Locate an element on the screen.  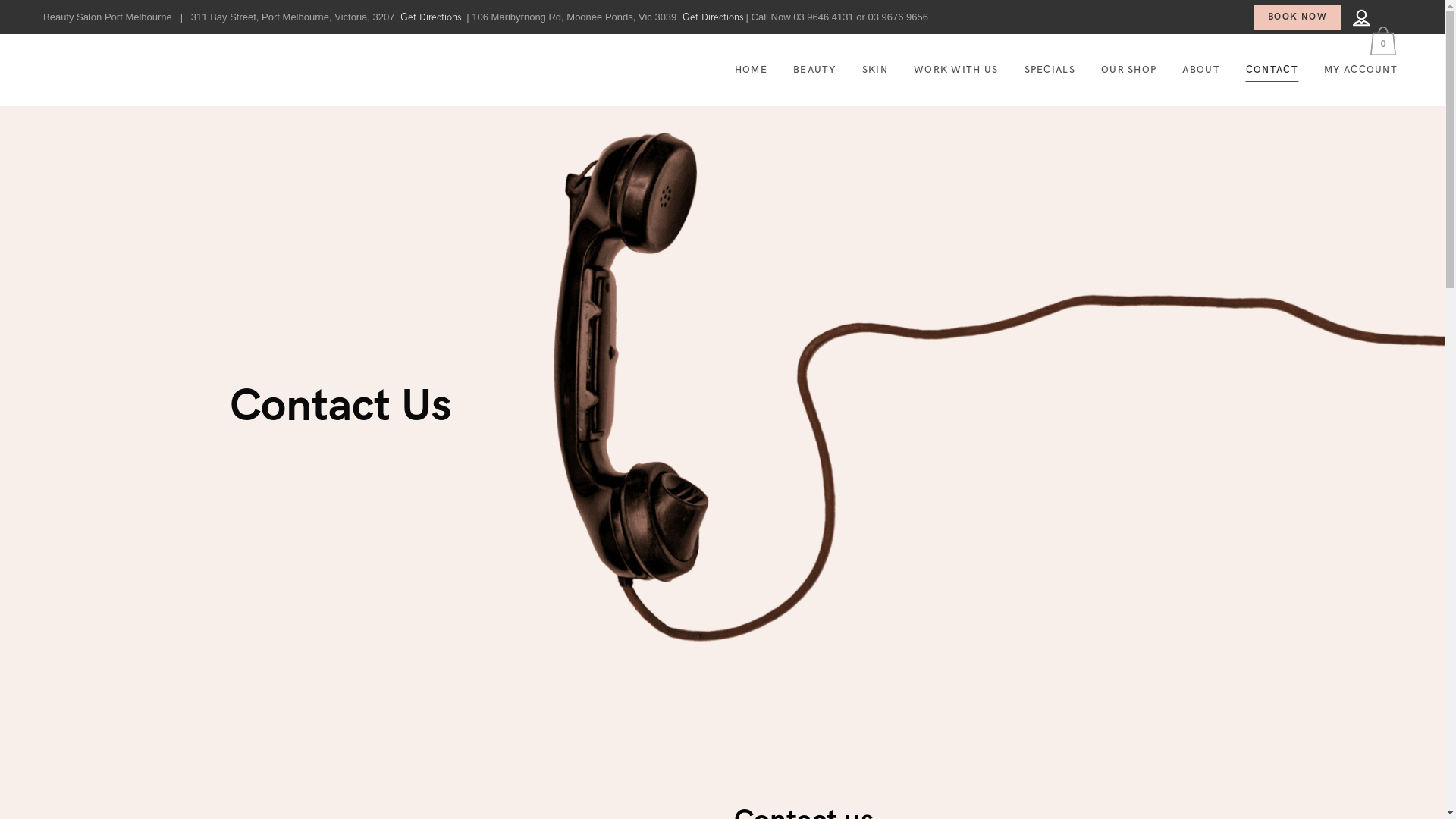
'Get Directions' is located at coordinates (431, 17).